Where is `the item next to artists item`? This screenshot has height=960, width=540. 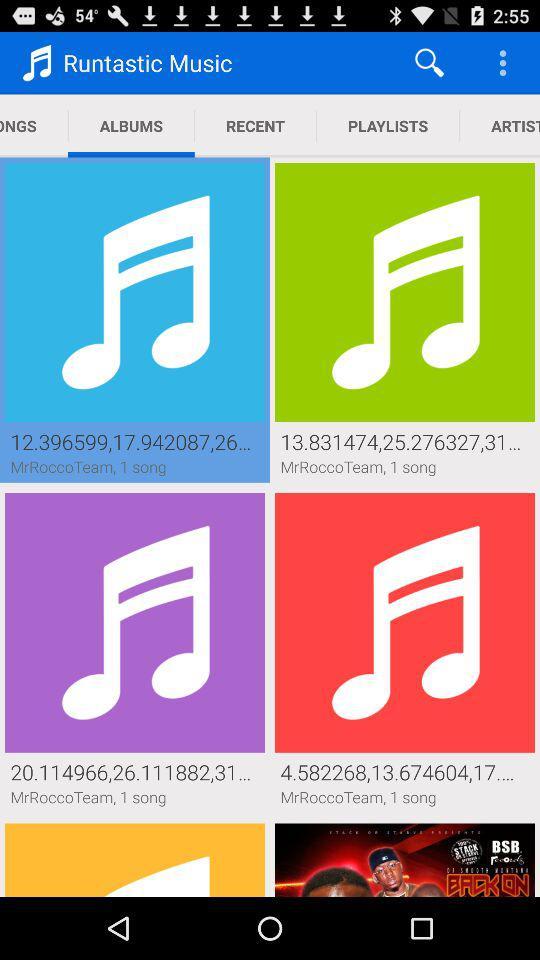
the item next to artists item is located at coordinates (388, 125).